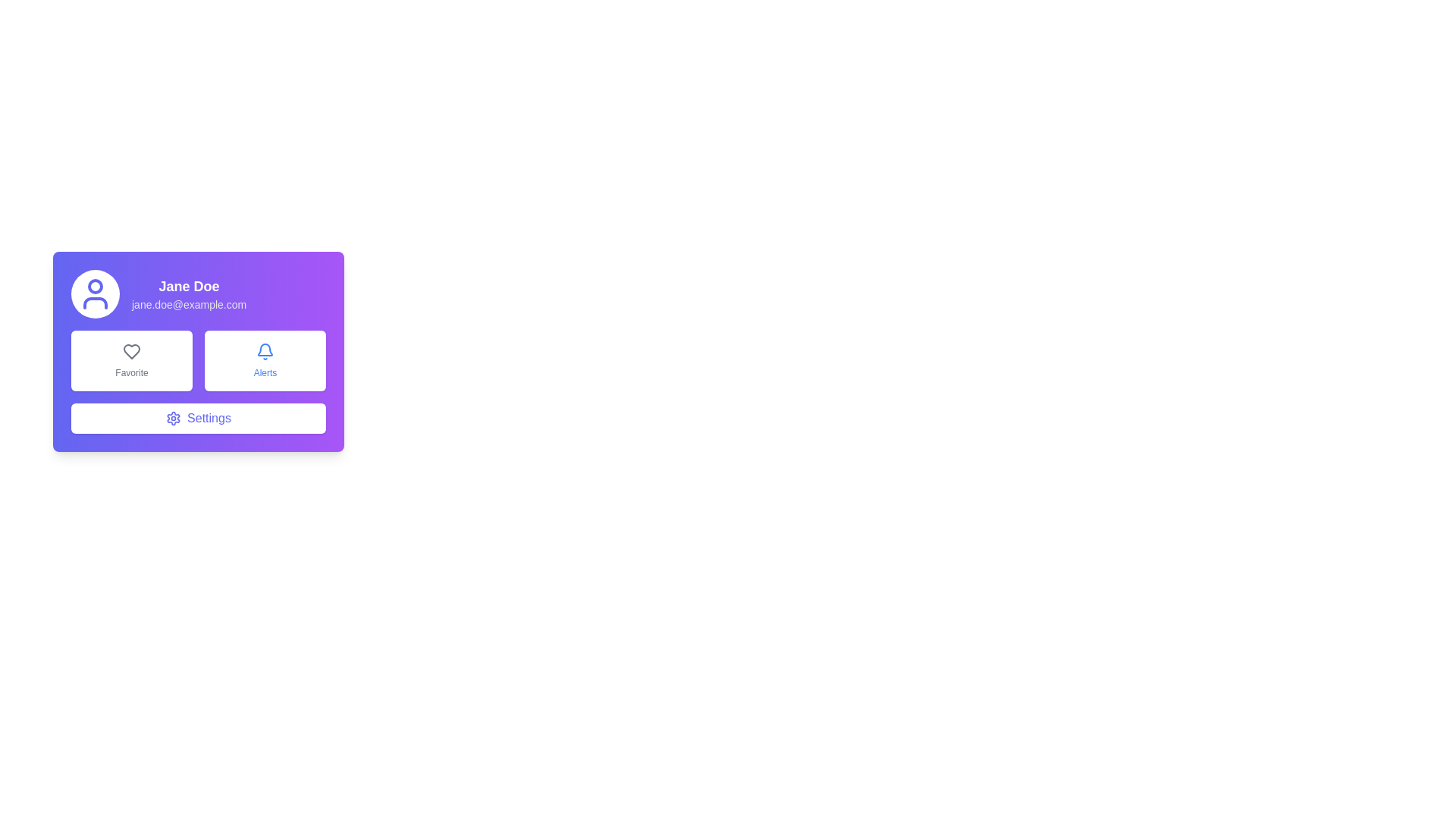 The image size is (1456, 819). I want to click on the text display that shows the user's name and email address, located to the right of the circular user avatar icon within a card layout, so click(188, 294).